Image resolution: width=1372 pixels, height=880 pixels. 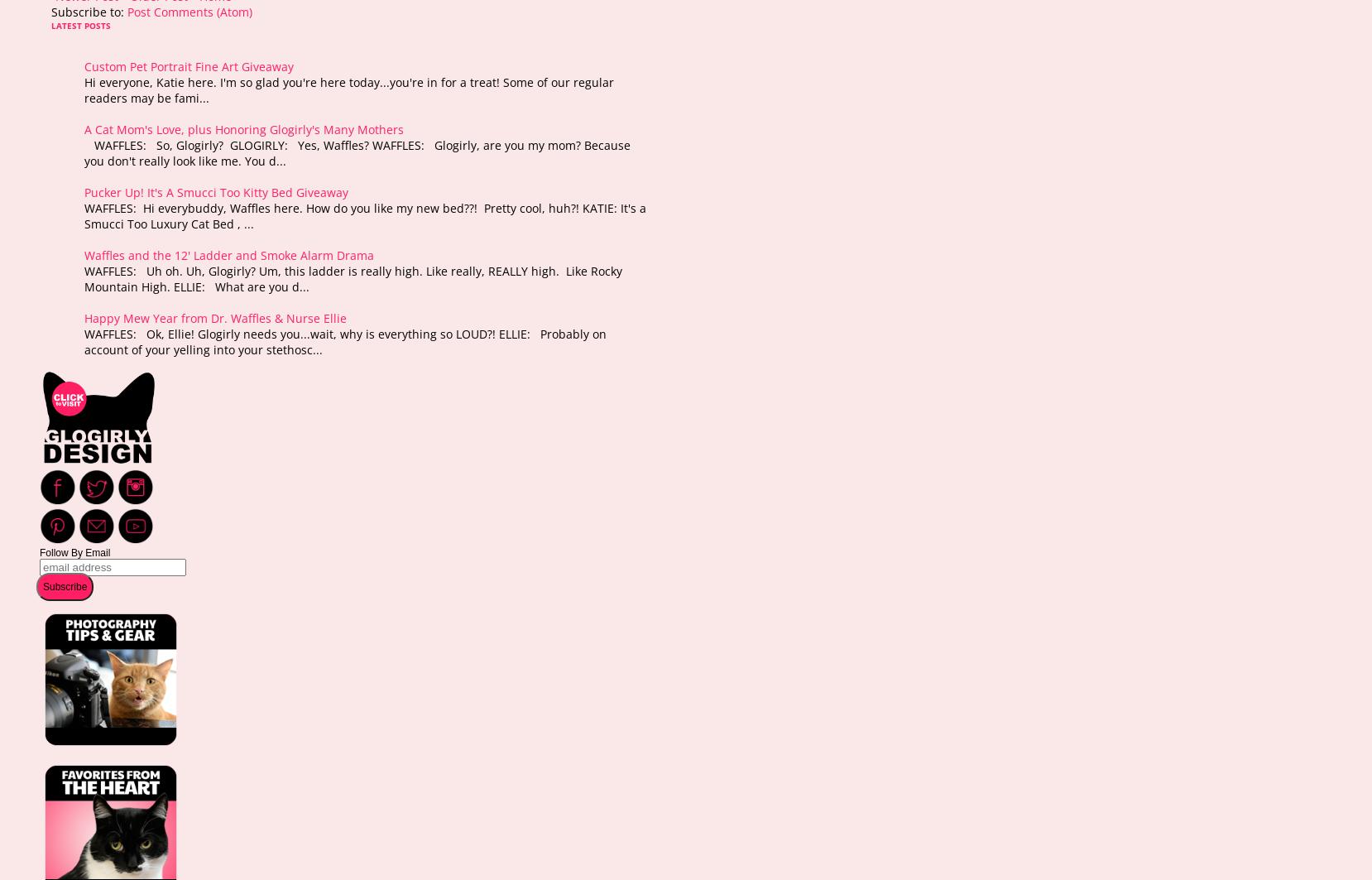 I want to click on 'WAFFLES:   So, Glogirly?  GLOGIRLY:   Yes, Waffles? WAFFLES:   Glogirly, are you my mom? Because you don't really look like me. You d...', so click(x=357, y=152).